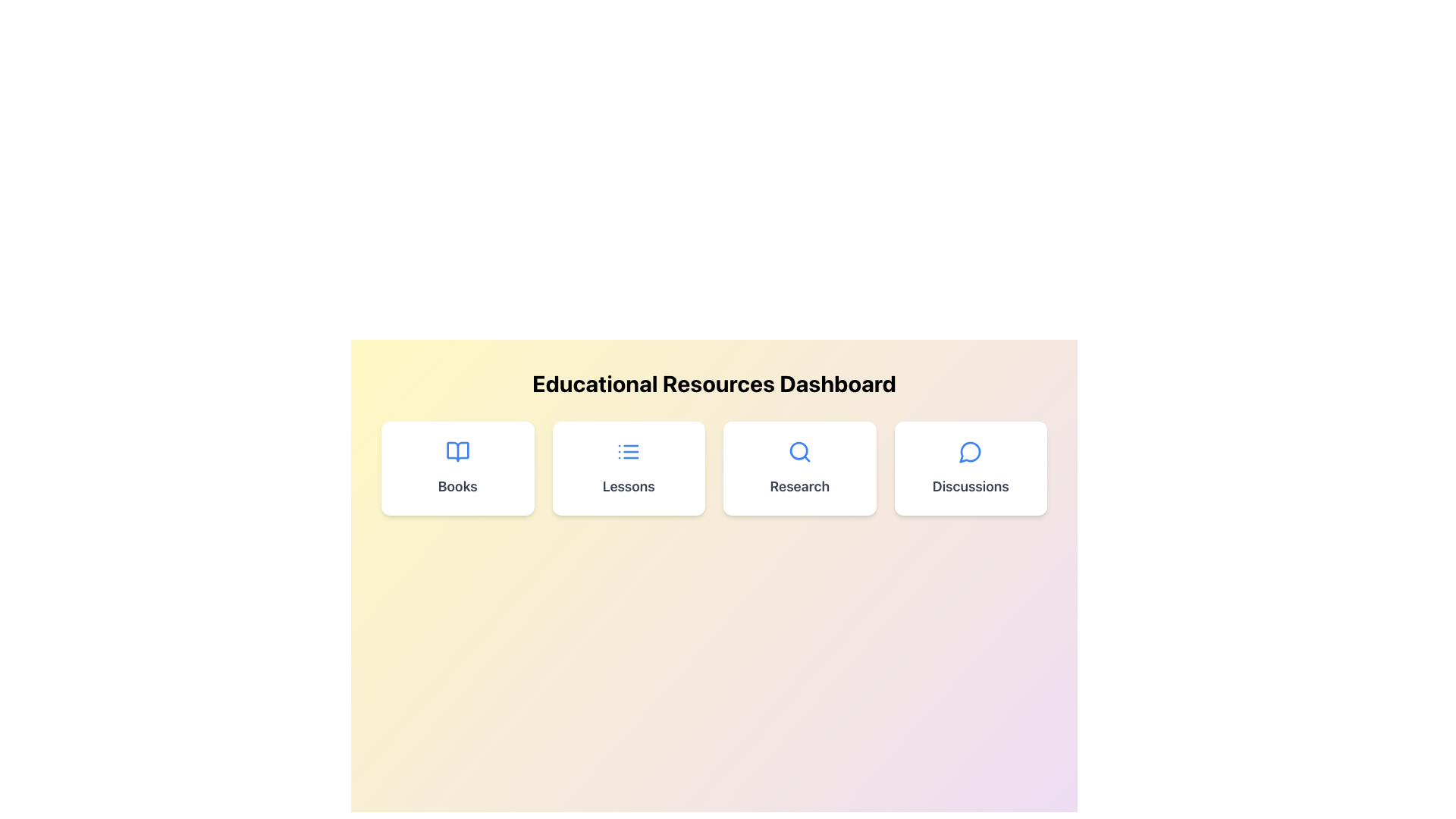 The width and height of the screenshot is (1456, 819). Describe the element at coordinates (799, 451) in the screenshot. I see `the search icon labeled 'Research' located in the third position from the left in a row of four buttons below the 'Educational Resources Dashboard' heading` at that location.